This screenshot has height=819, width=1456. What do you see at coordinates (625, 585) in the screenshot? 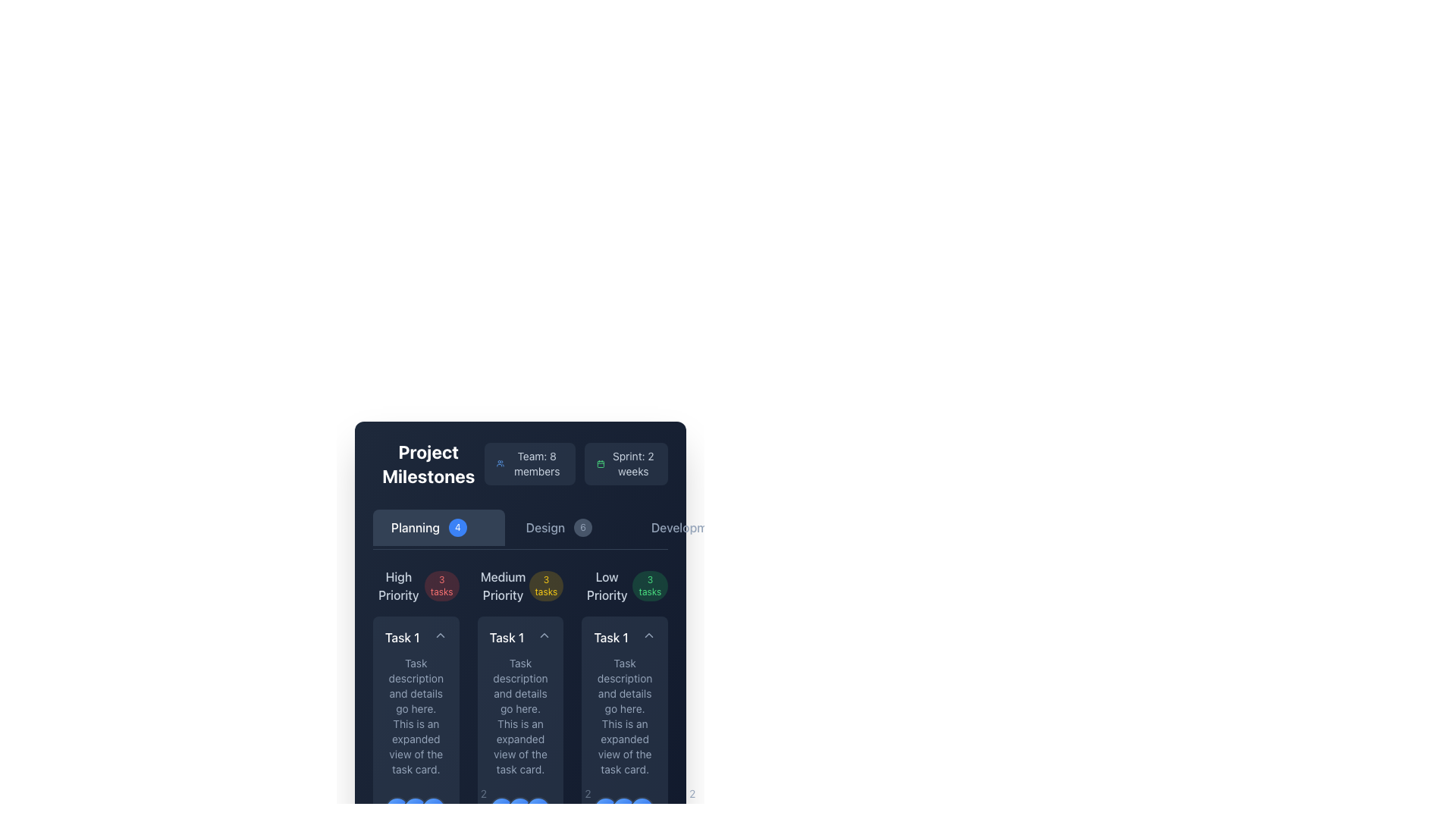
I see `the Category Header Label displaying 'Low Priority' and '3 tasks'` at bounding box center [625, 585].